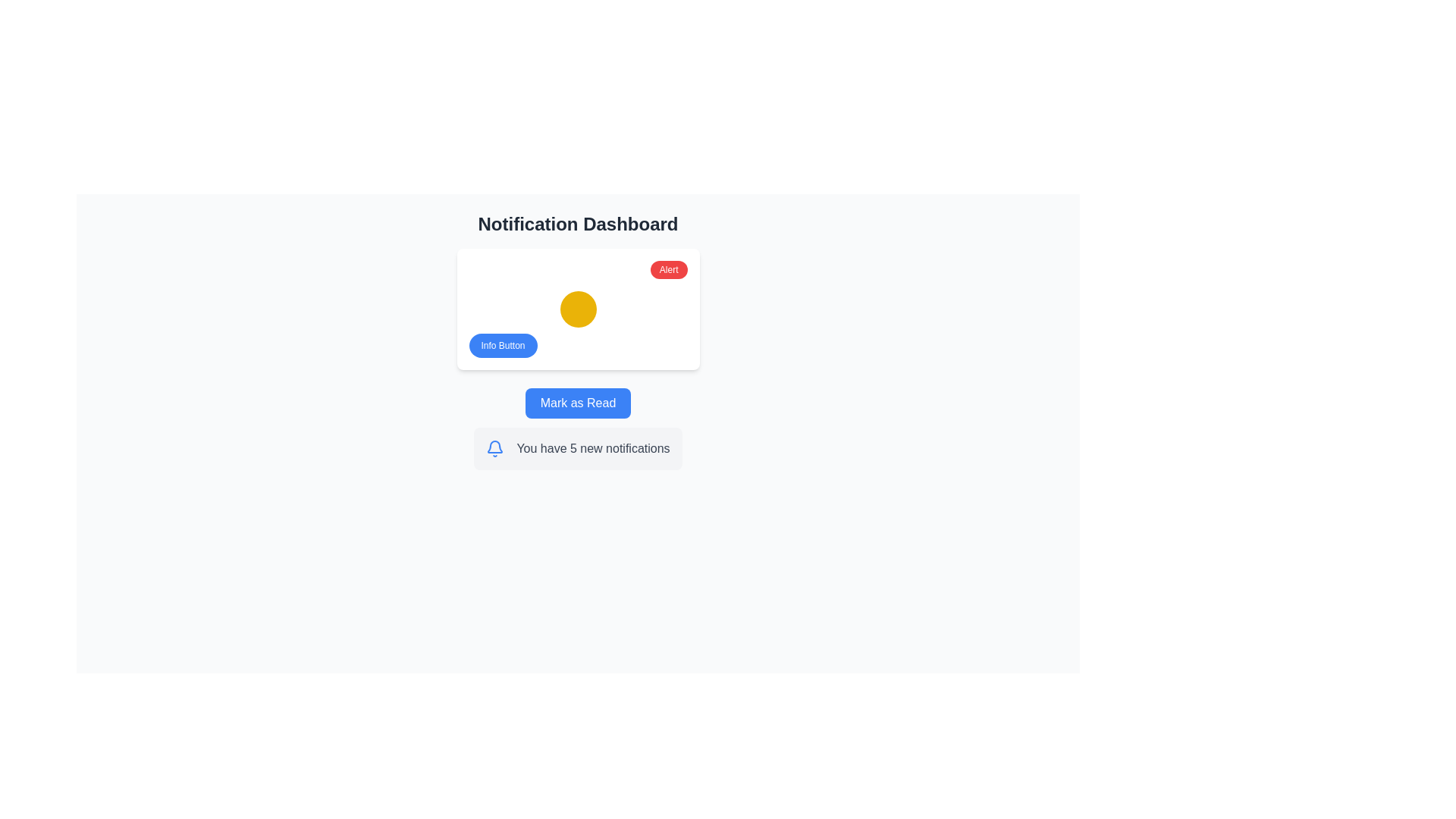 The width and height of the screenshot is (1456, 819). What do you see at coordinates (577, 429) in the screenshot?
I see `the 'Mark as Read' button in the notification component to read the message 'You have 5 new notifications.'` at bounding box center [577, 429].